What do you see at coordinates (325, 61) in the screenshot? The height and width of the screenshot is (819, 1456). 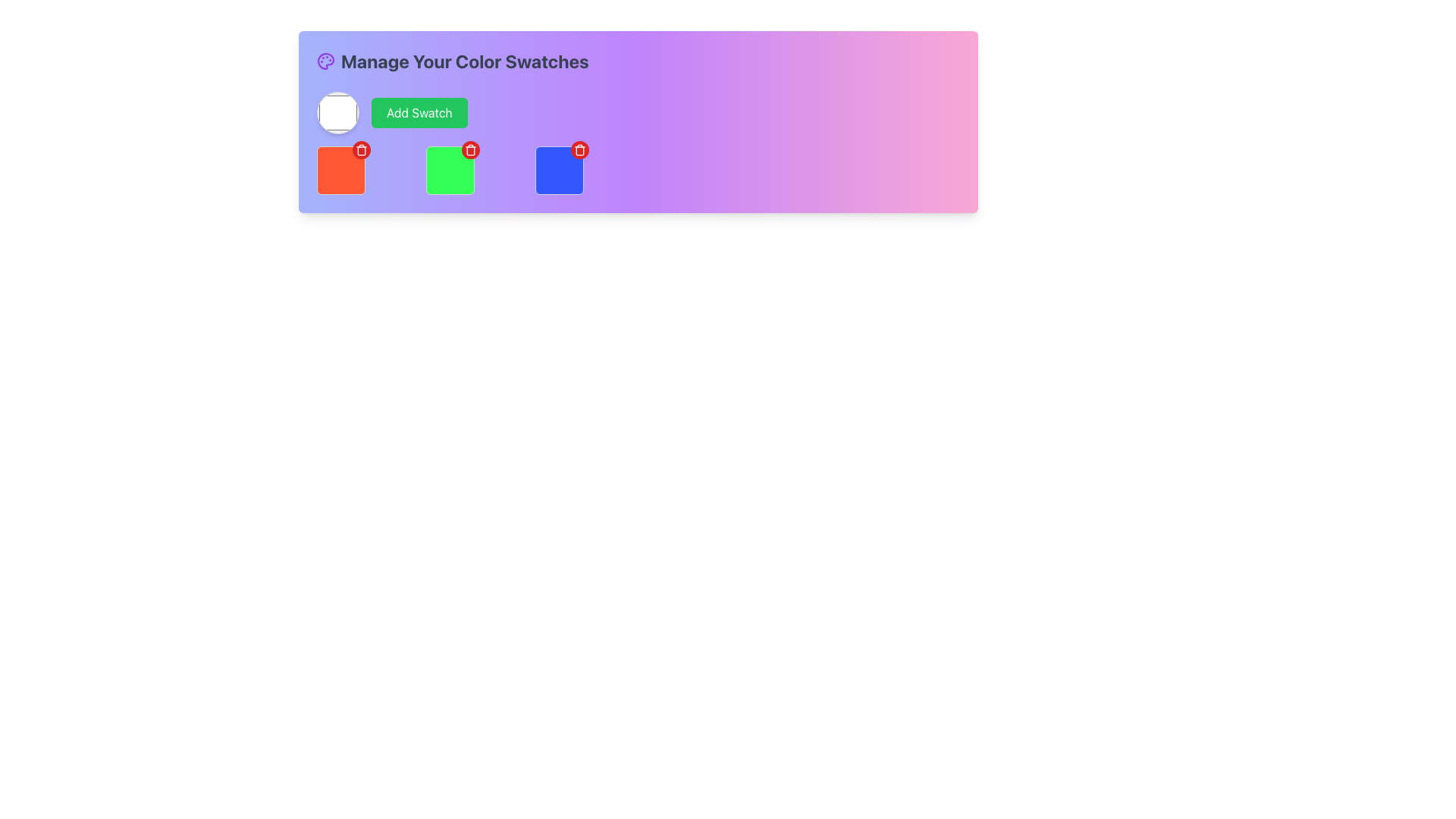 I see `the color management icon located at the top-left corner of the 'Manage Your Color Swatches' bar` at bounding box center [325, 61].